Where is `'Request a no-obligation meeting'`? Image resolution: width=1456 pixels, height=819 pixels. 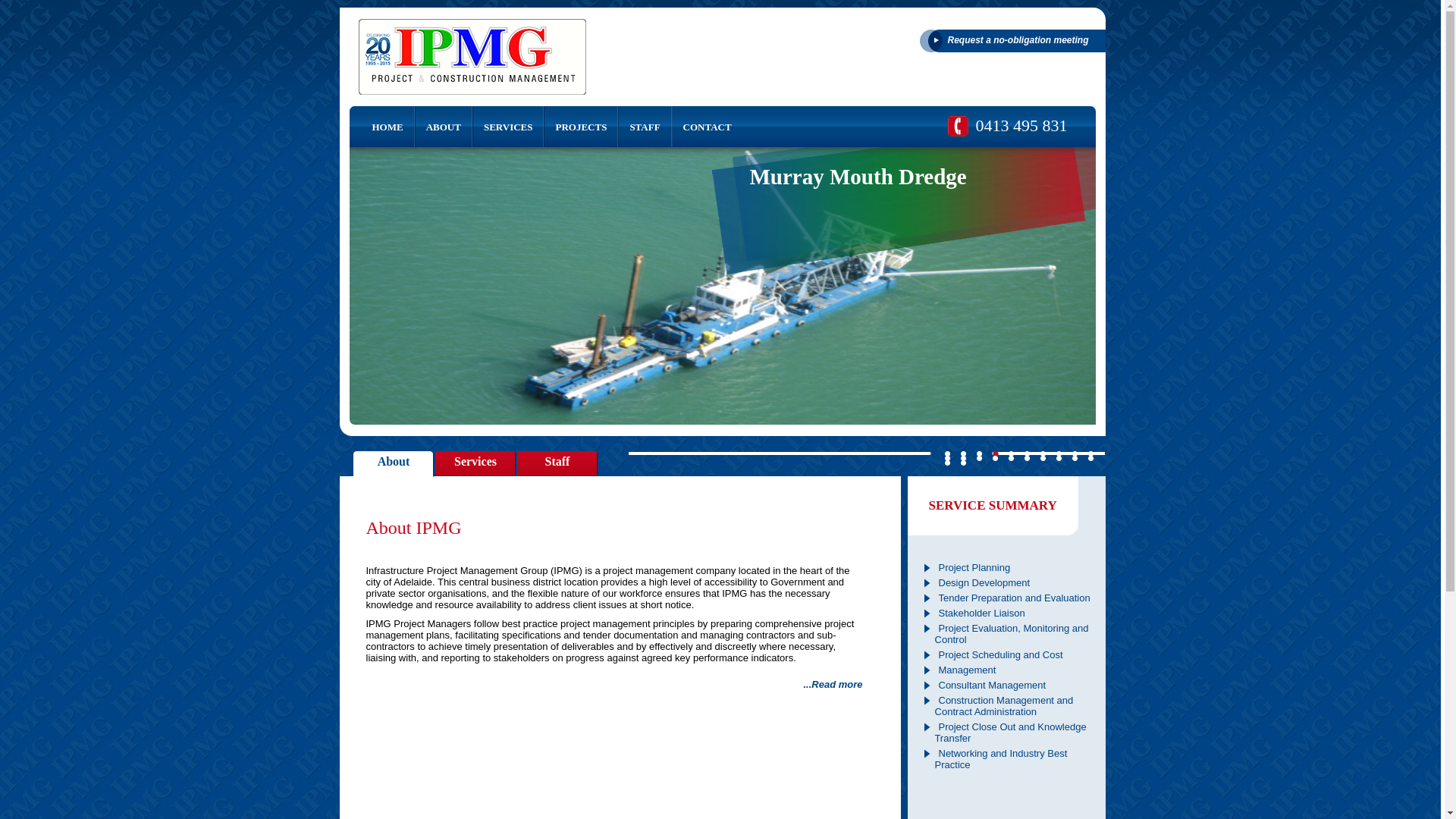 'Request a no-obligation meeting' is located at coordinates (1012, 40).